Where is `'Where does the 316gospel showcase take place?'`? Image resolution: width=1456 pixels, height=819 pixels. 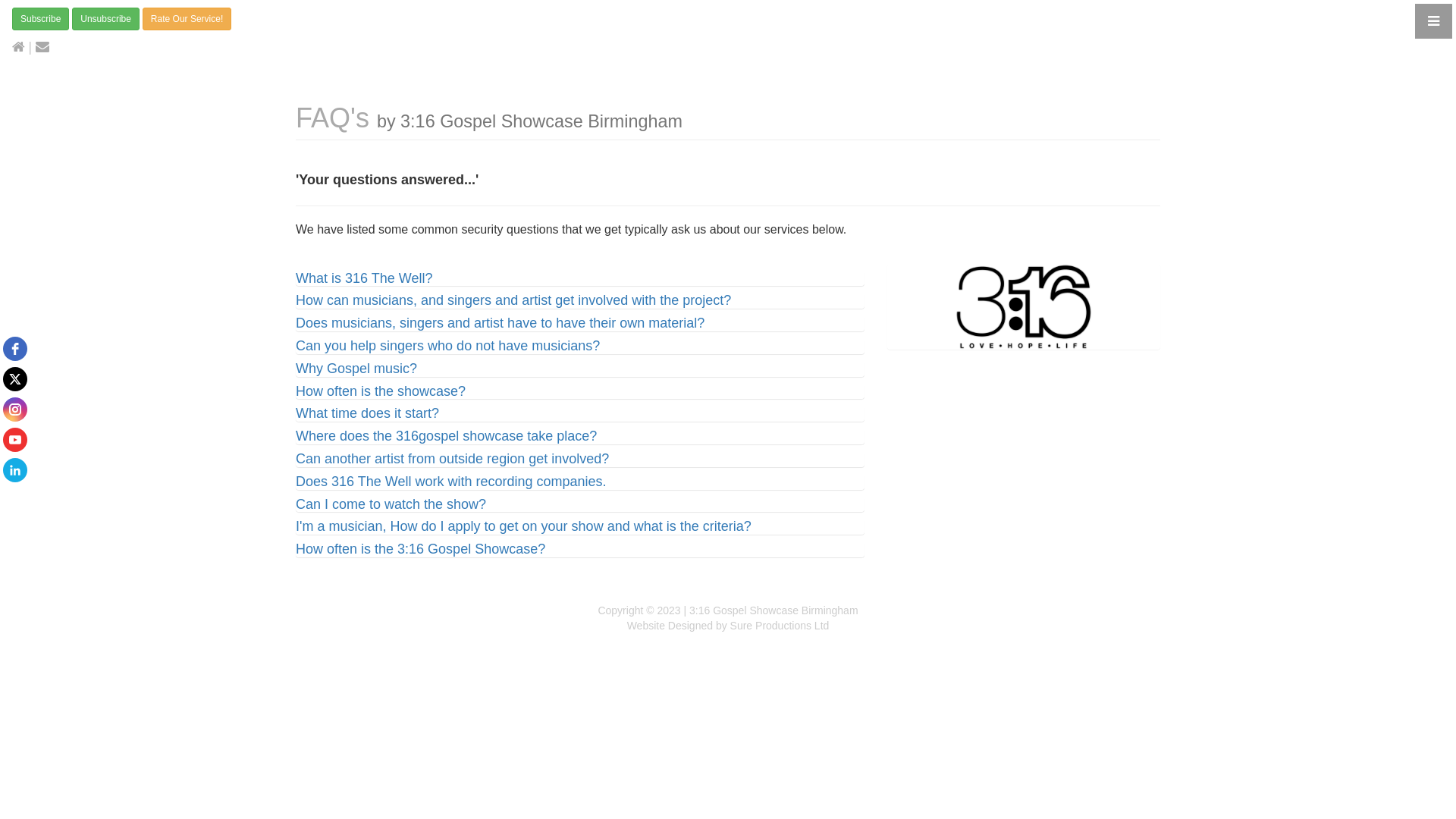 'Where does the 316gospel showcase take place?' is located at coordinates (445, 435).